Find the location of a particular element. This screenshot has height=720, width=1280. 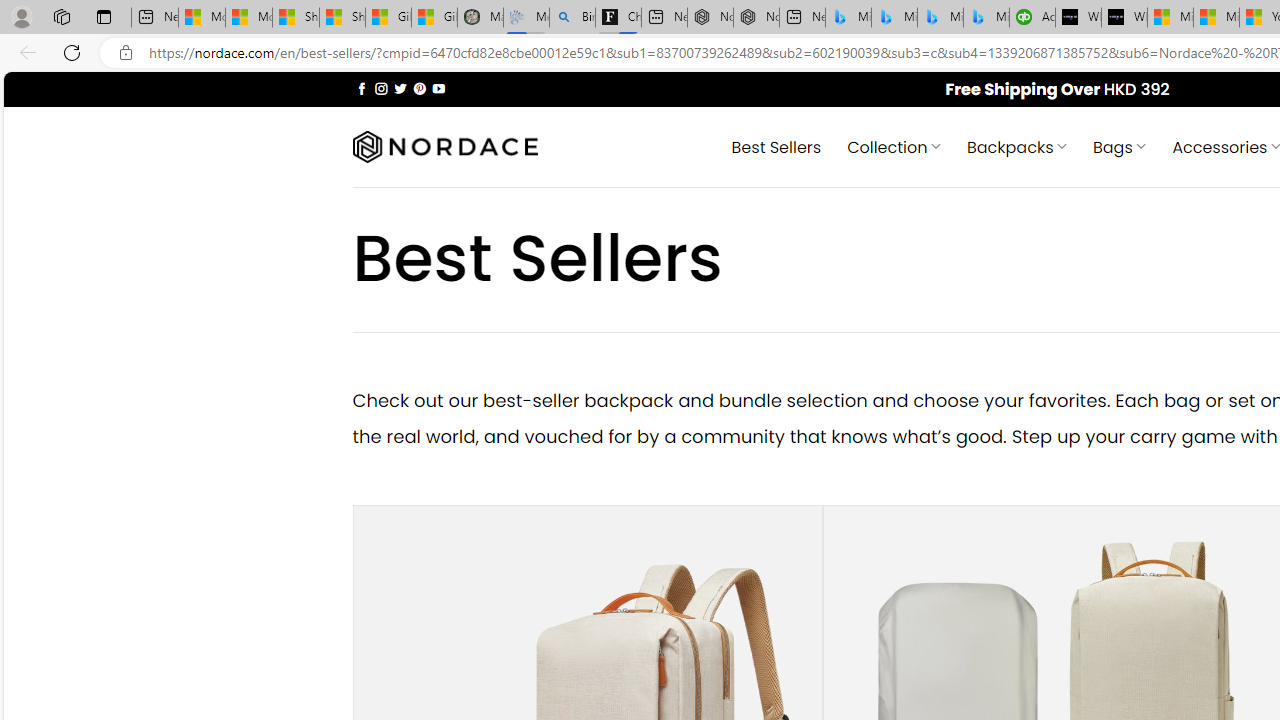

'Follow on Twitter' is located at coordinates (400, 87).